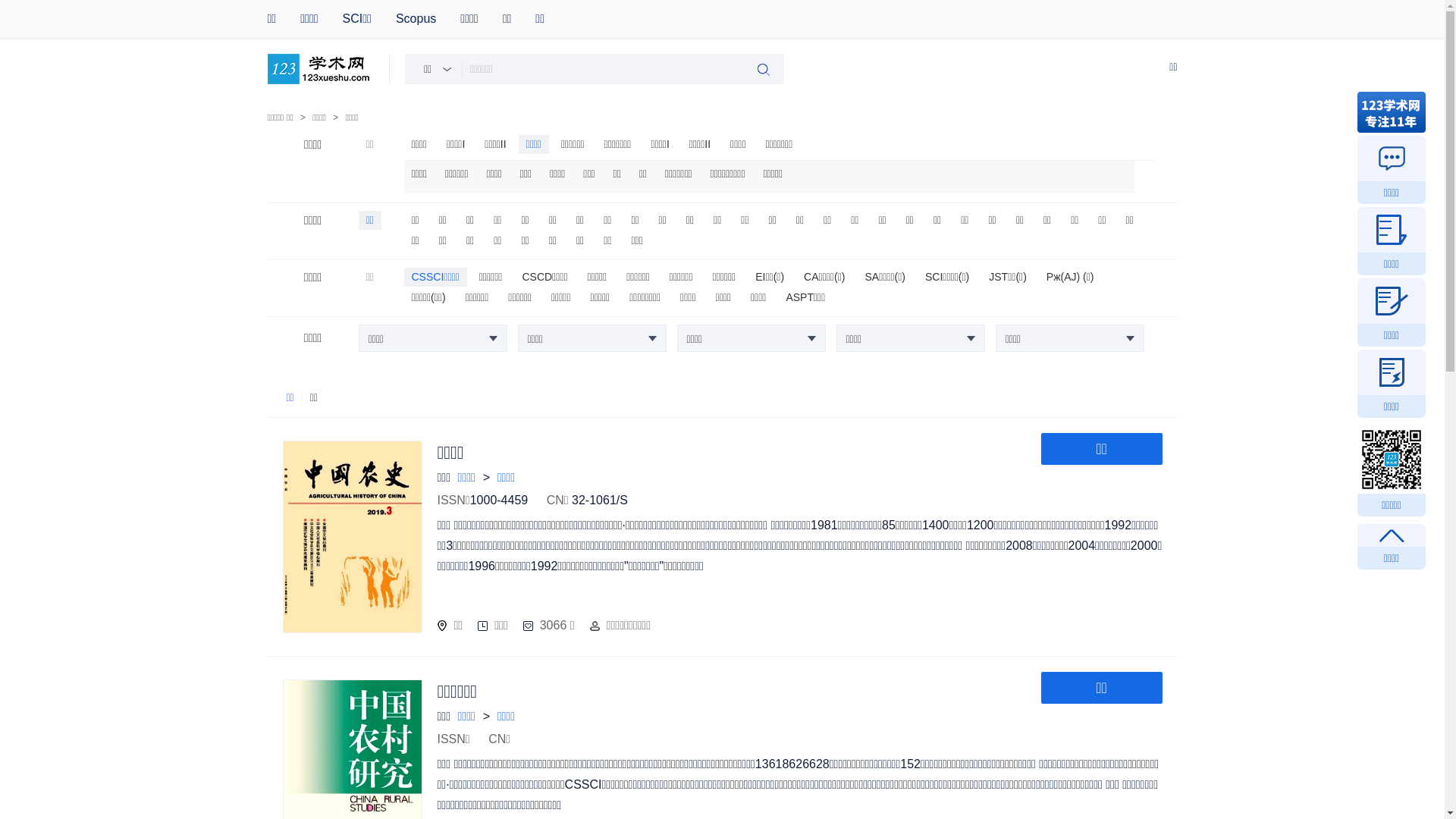  What do you see at coordinates (427, 18) in the screenshot?
I see `'Scopus'` at bounding box center [427, 18].